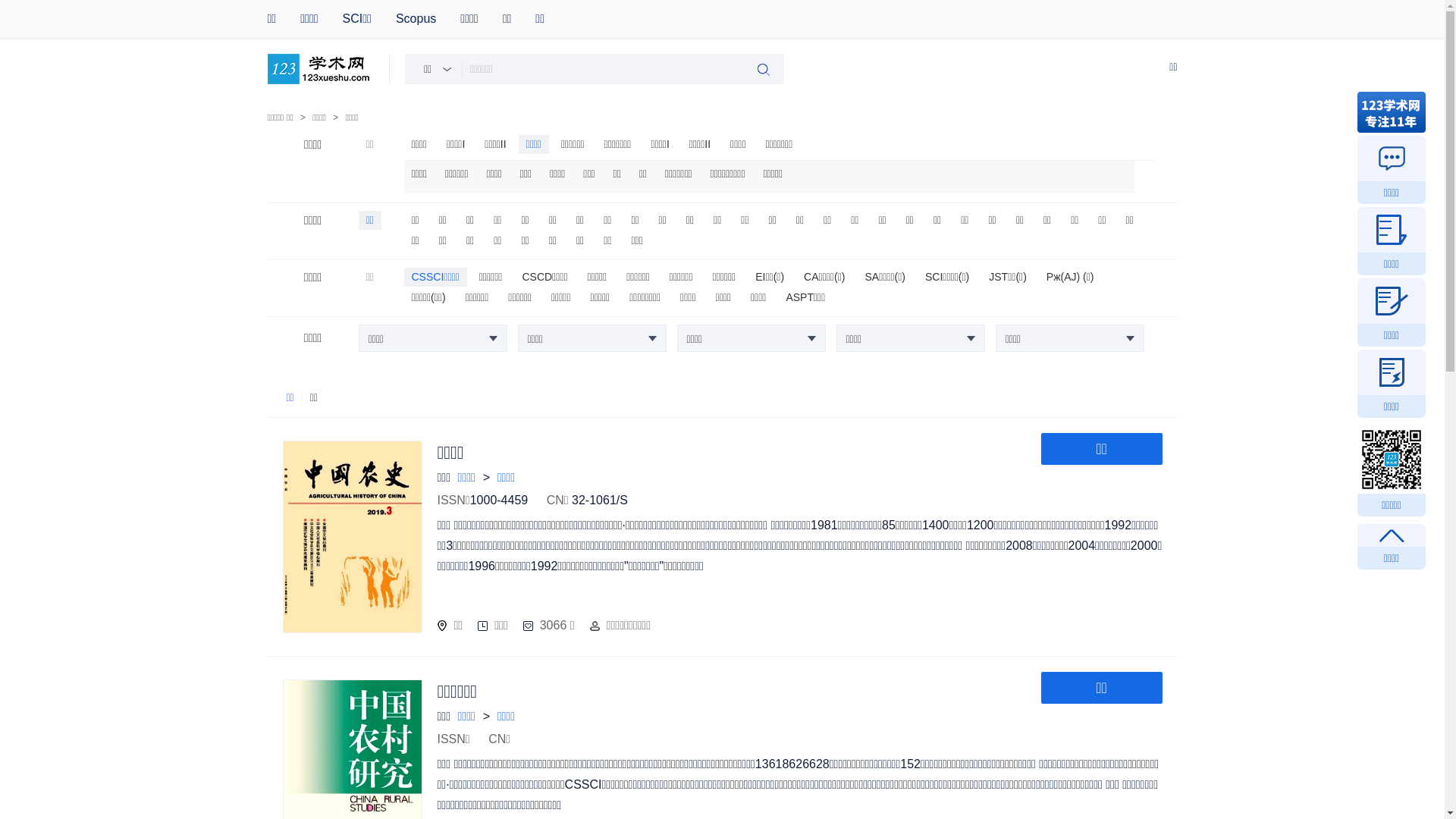  What do you see at coordinates (427, 18) in the screenshot?
I see `'Scopus'` at bounding box center [427, 18].